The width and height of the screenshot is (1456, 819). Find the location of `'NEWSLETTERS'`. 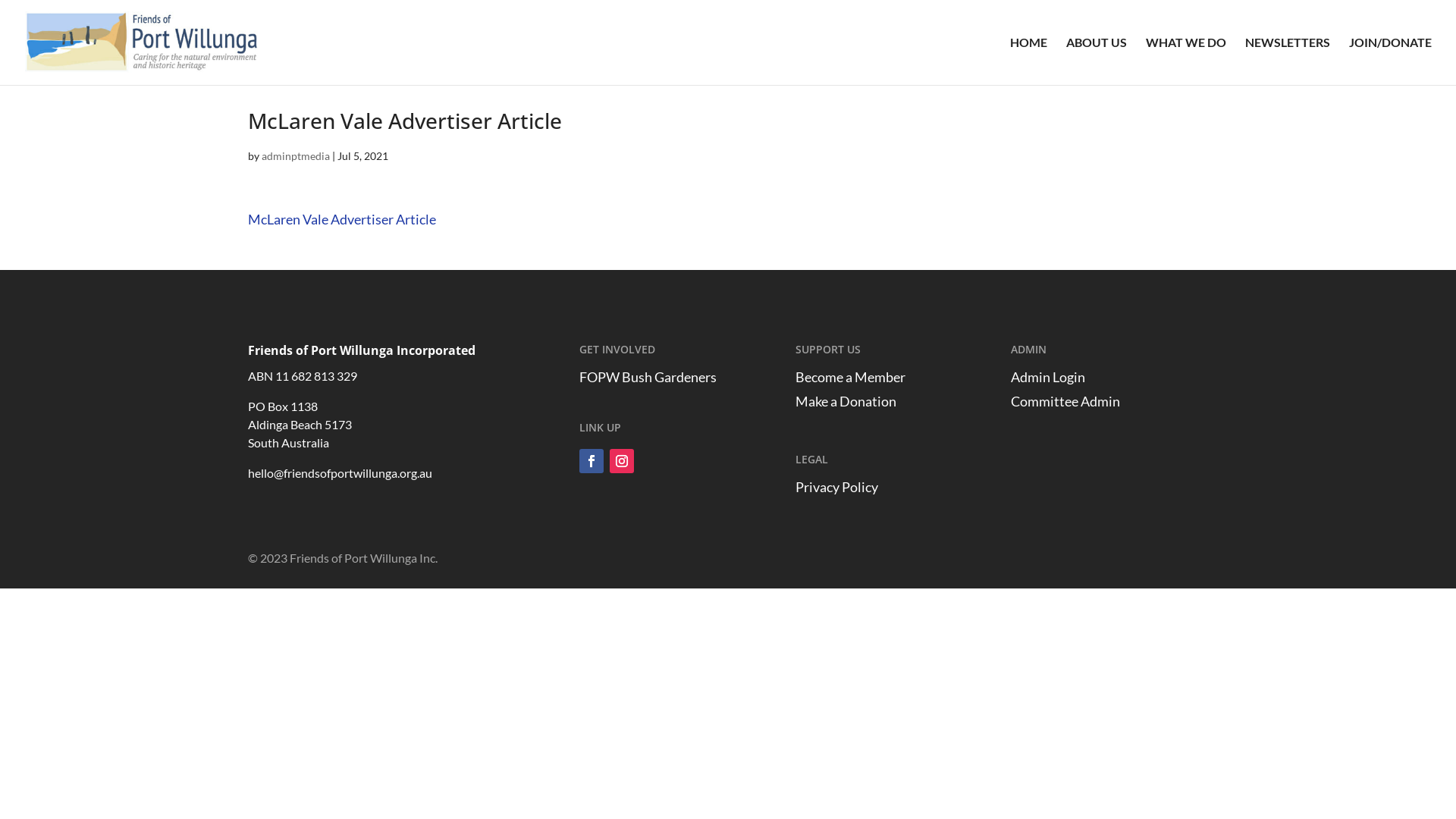

'NEWSLETTERS' is located at coordinates (1287, 60).